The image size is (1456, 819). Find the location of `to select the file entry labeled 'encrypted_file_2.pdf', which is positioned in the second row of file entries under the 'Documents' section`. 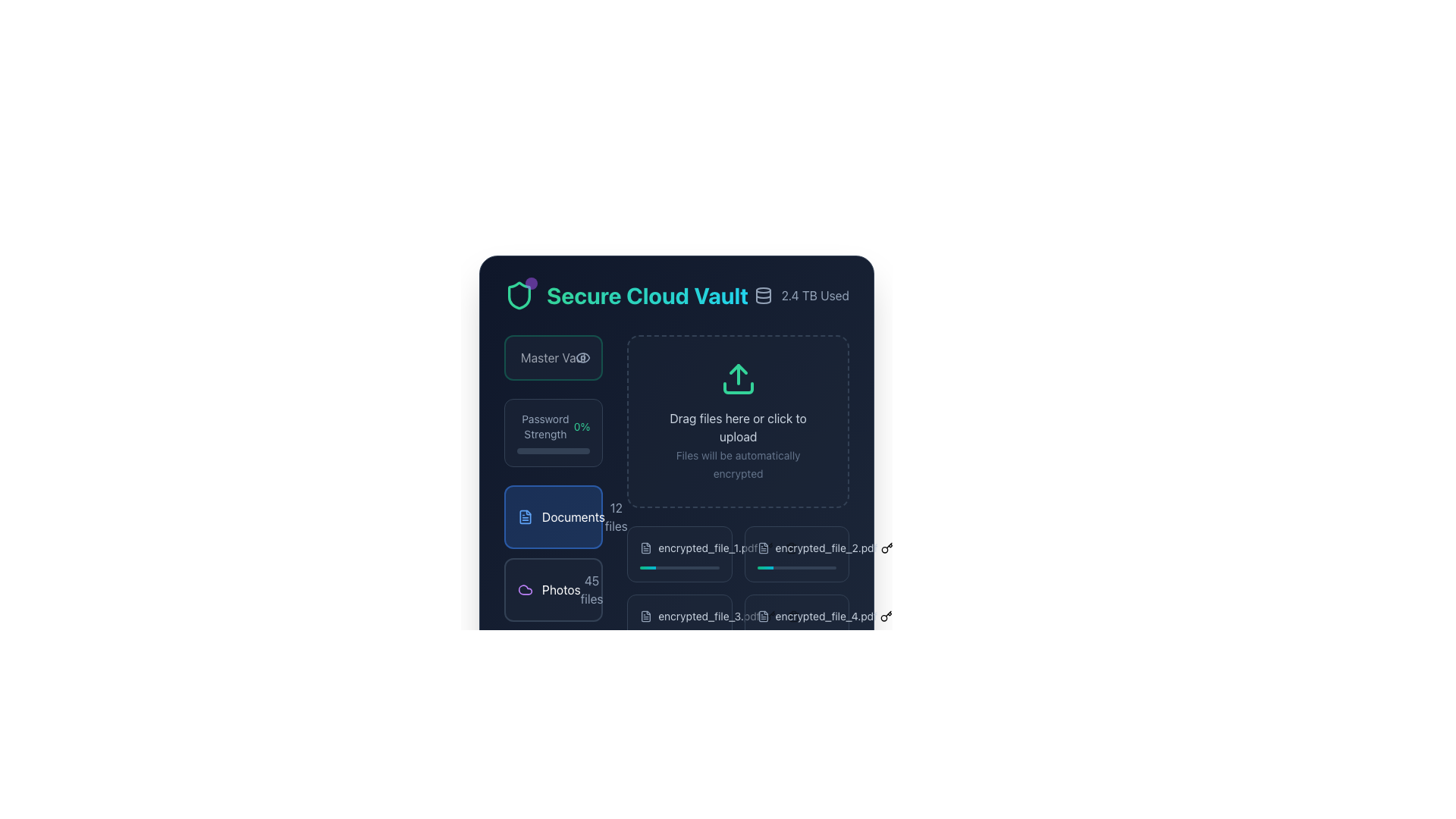

to select the file entry labeled 'encrypted_file_2.pdf', which is positioned in the second row of file entries under the 'Documents' section is located at coordinates (817, 548).